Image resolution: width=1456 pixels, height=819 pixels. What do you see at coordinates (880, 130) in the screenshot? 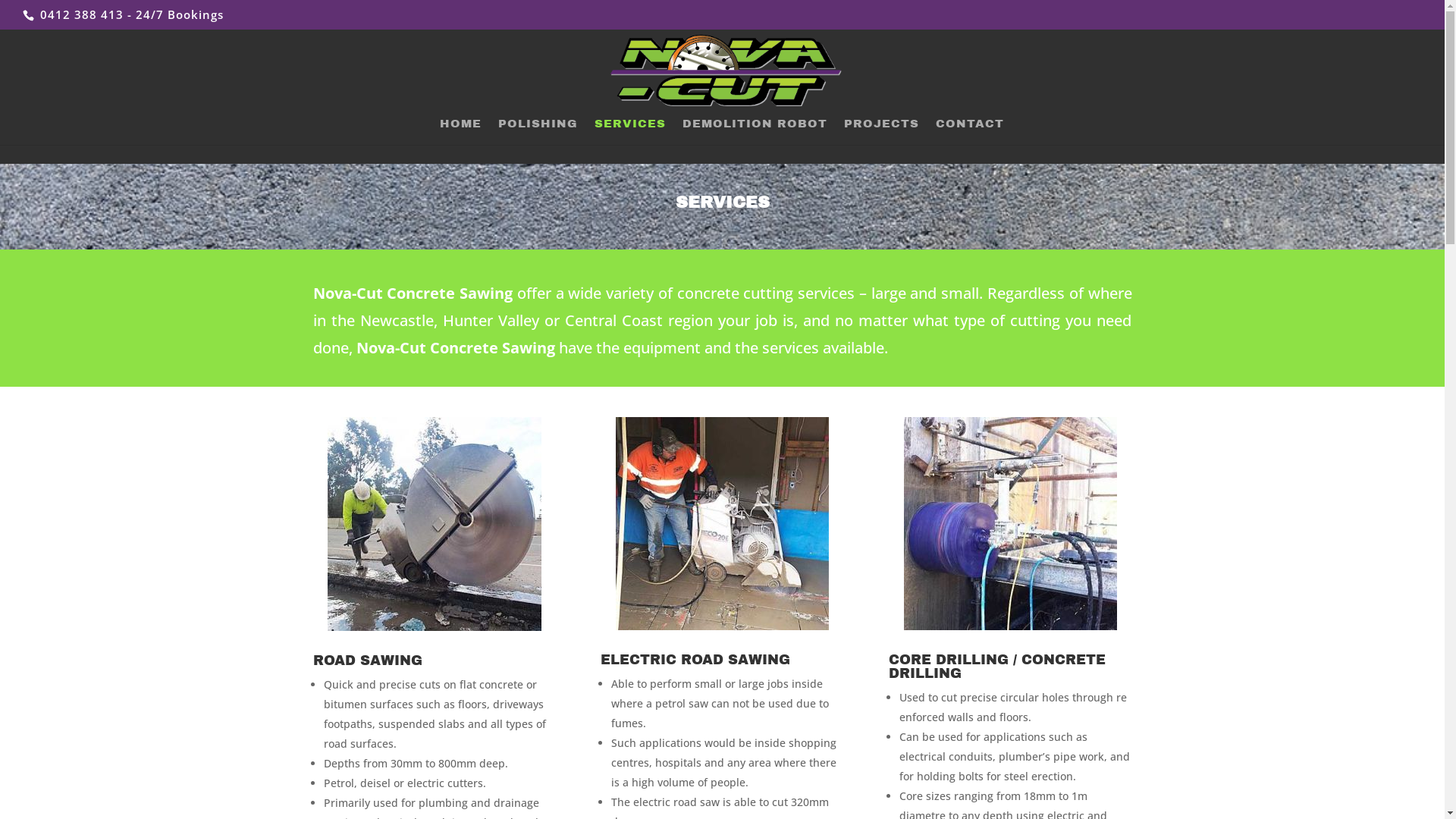
I see `'PROJECTS'` at bounding box center [880, 130].